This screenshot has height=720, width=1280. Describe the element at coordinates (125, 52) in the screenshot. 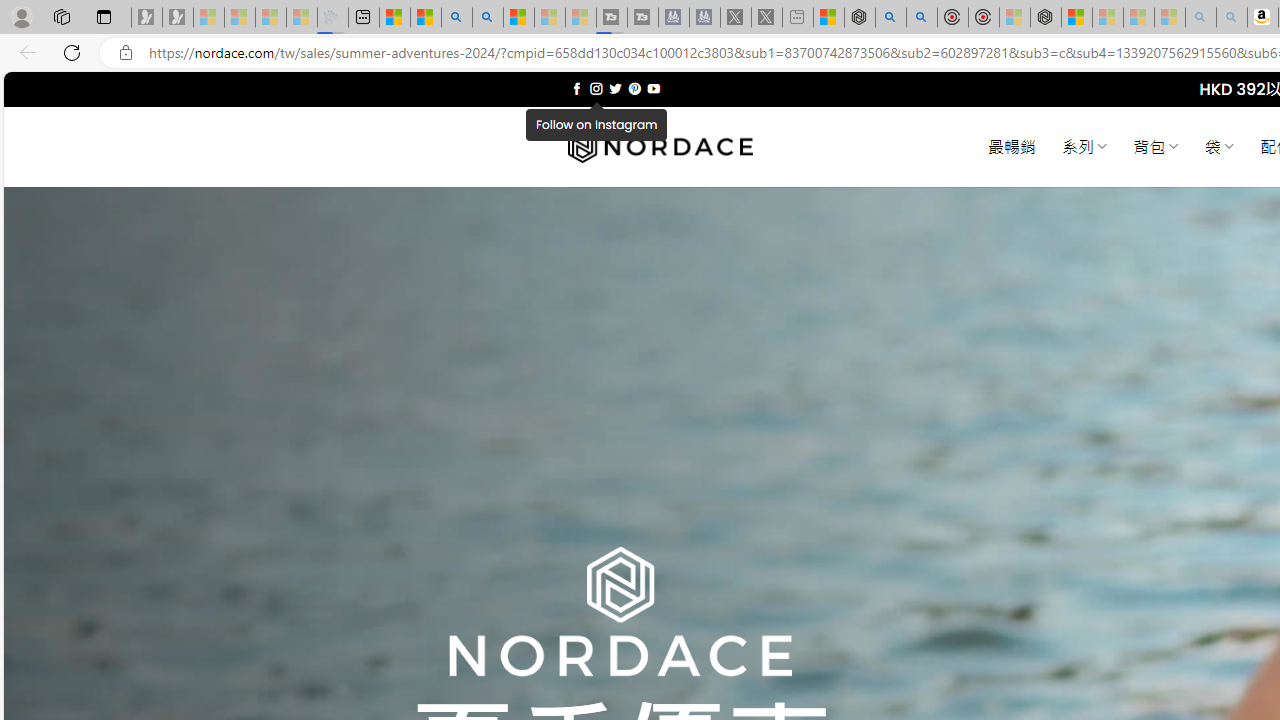

I see `'View site information'` at that location.